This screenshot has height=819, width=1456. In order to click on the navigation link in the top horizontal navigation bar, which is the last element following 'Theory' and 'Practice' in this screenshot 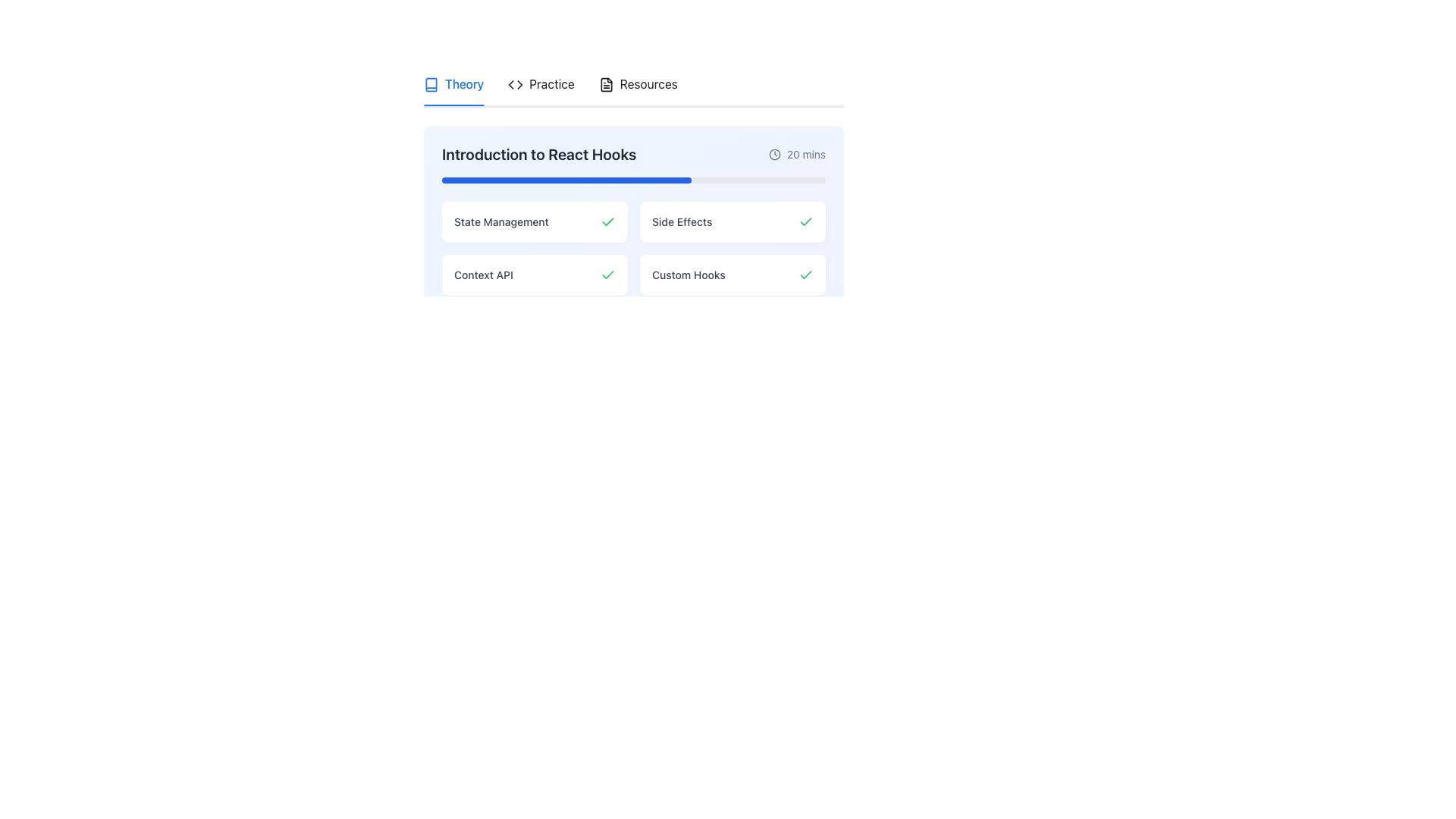, I will do `click(648, 84)`.